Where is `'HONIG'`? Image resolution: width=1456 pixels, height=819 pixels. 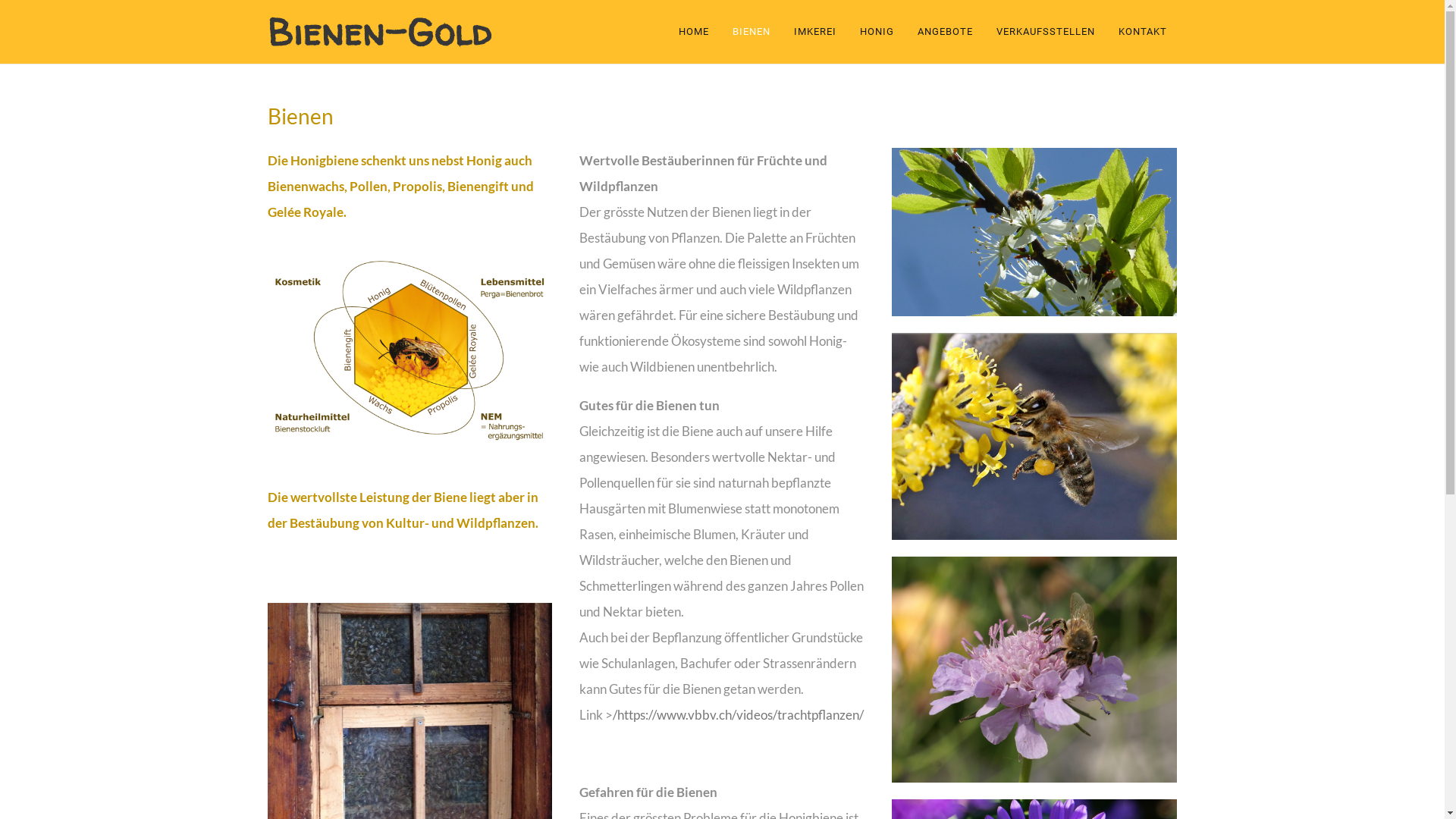 'HONIG' is located at coordinates (877, 32).